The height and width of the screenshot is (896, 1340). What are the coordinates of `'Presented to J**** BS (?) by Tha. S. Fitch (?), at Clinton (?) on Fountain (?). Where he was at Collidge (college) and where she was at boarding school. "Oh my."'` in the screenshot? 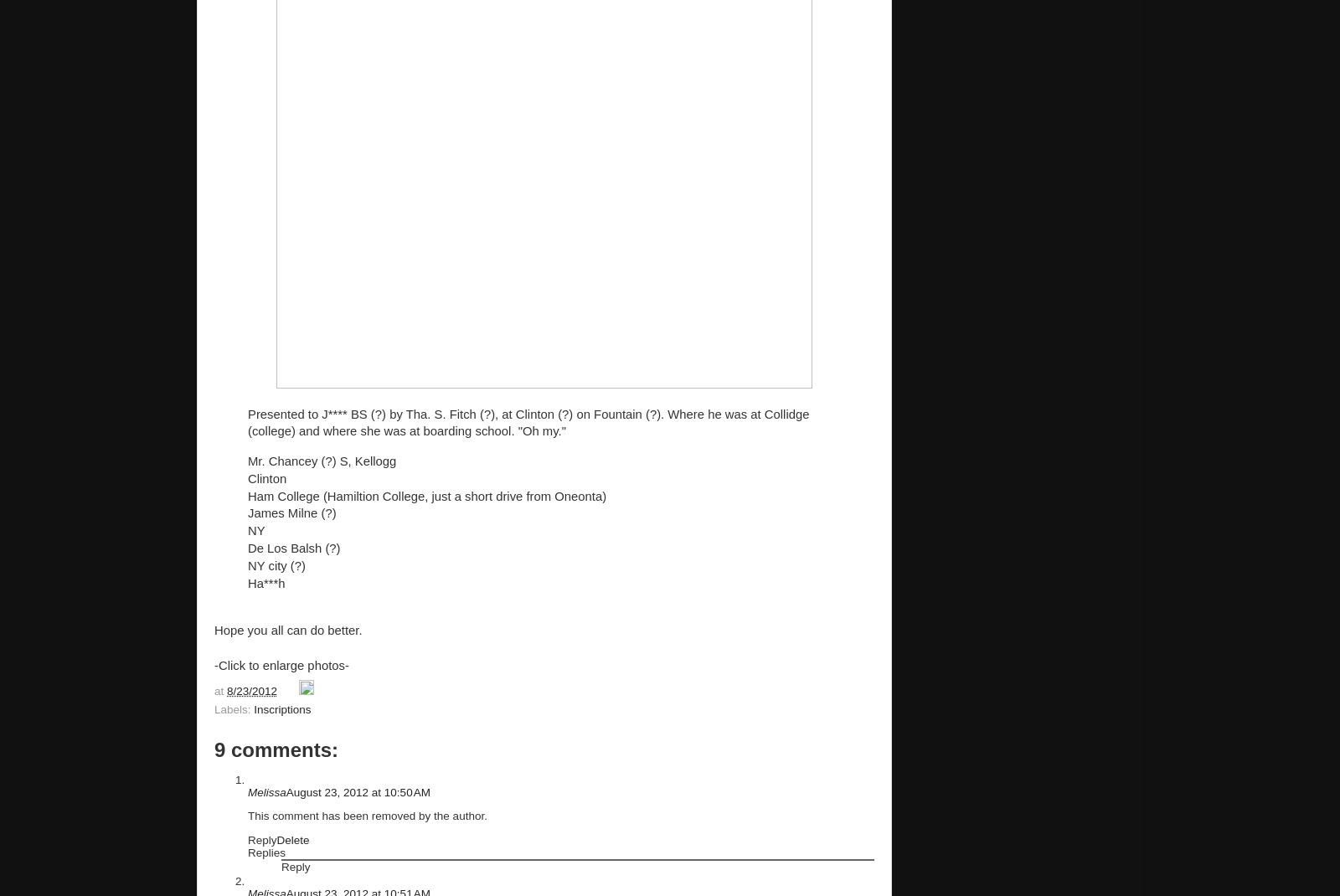 It's located at (248, 422).